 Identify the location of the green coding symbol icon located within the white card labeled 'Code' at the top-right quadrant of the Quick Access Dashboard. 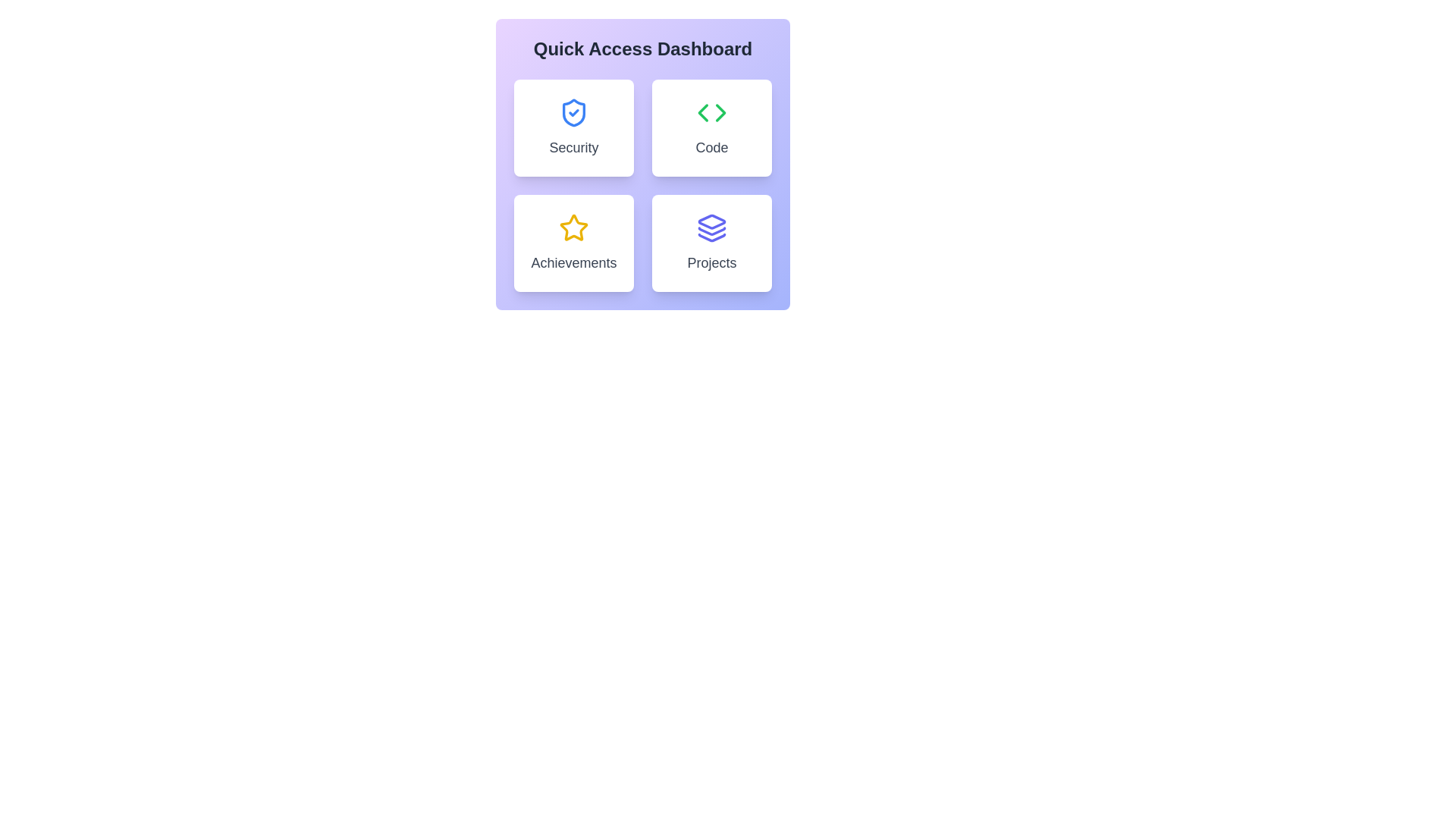
(711, 112).